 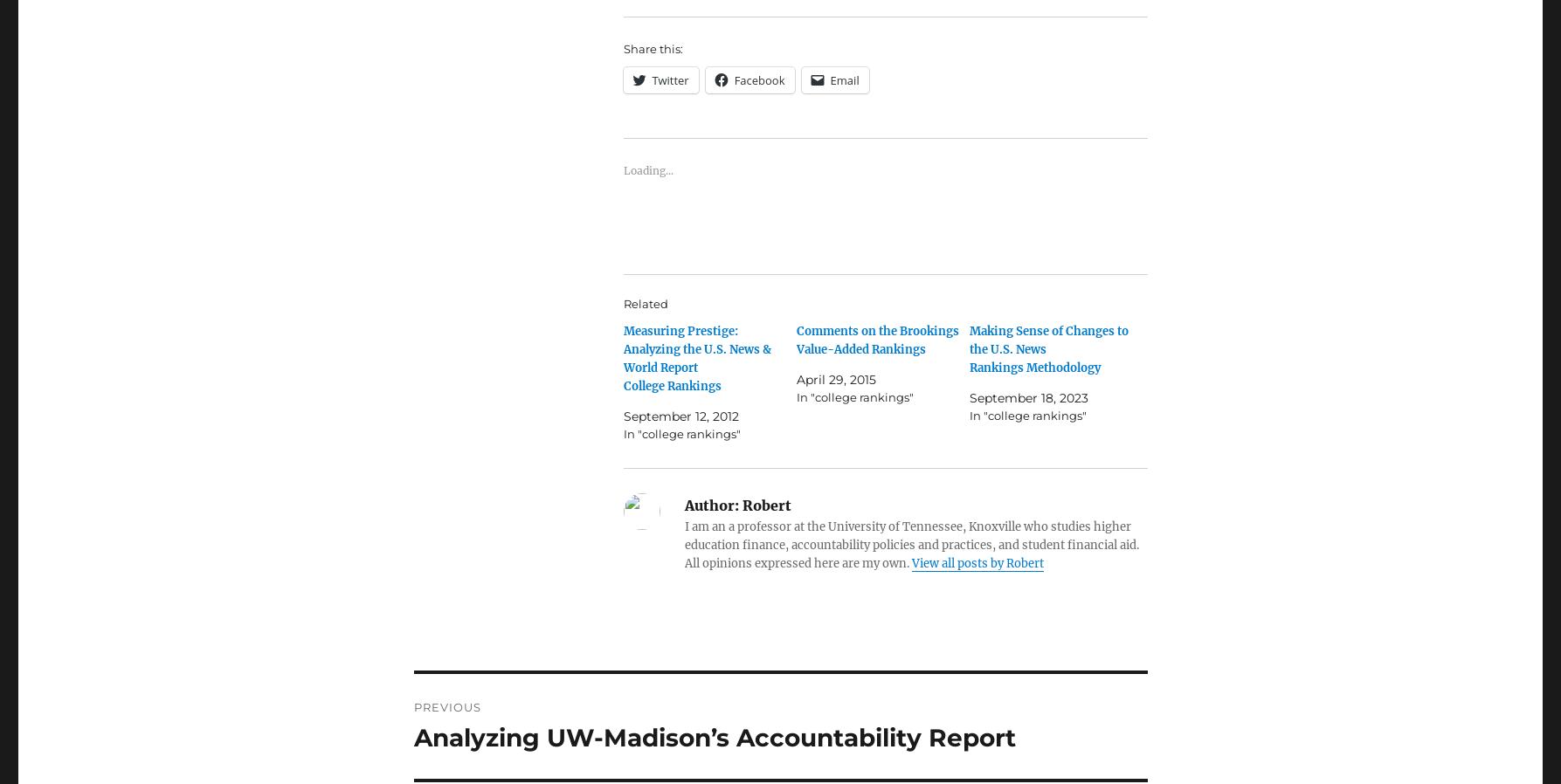 I want to click on 'Robert', so click(x=763, y=505).